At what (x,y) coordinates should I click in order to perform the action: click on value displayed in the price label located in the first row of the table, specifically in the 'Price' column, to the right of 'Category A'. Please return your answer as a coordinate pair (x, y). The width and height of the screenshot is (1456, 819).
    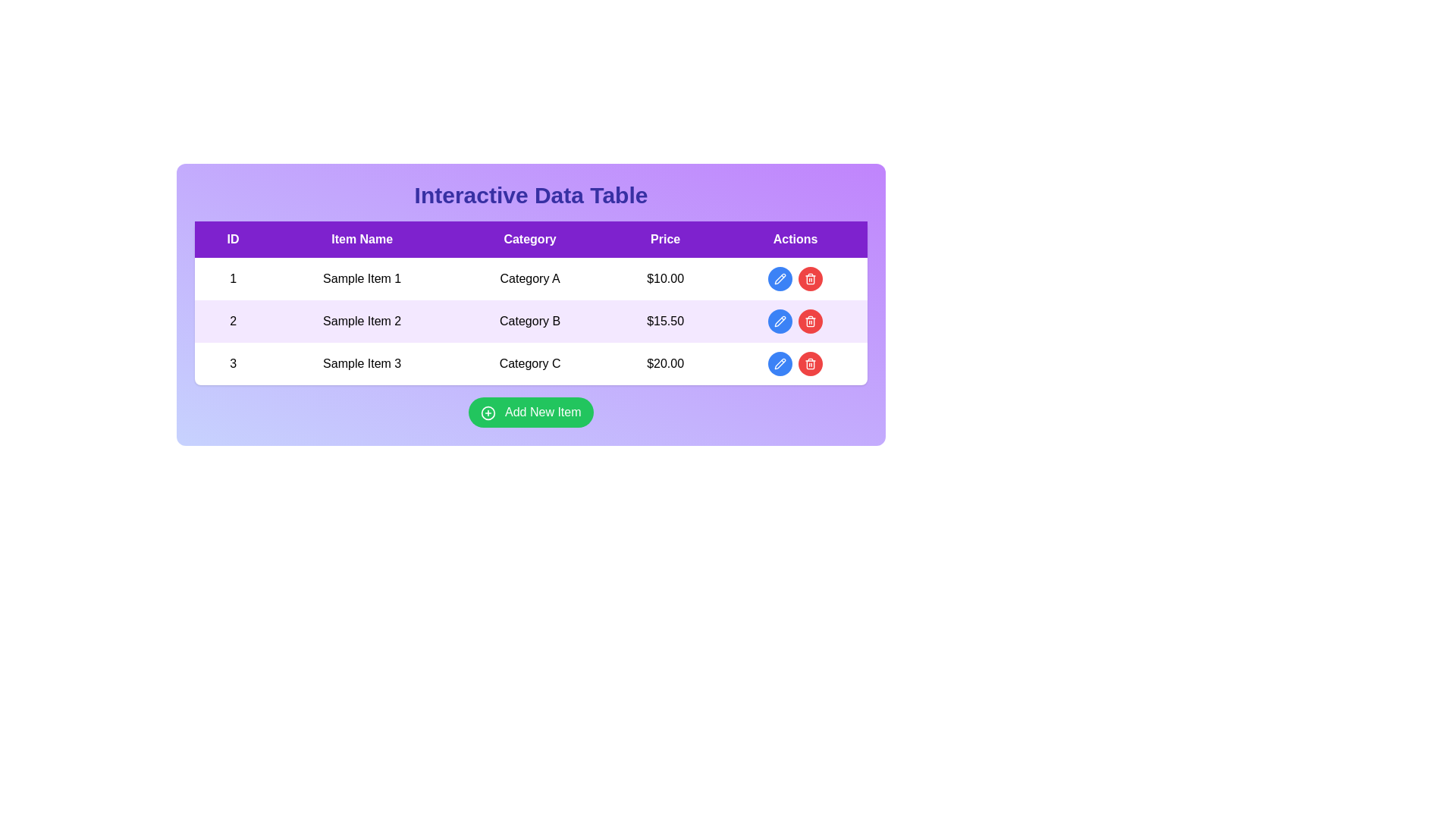
    Looking at the image, I should click on (665, 278).